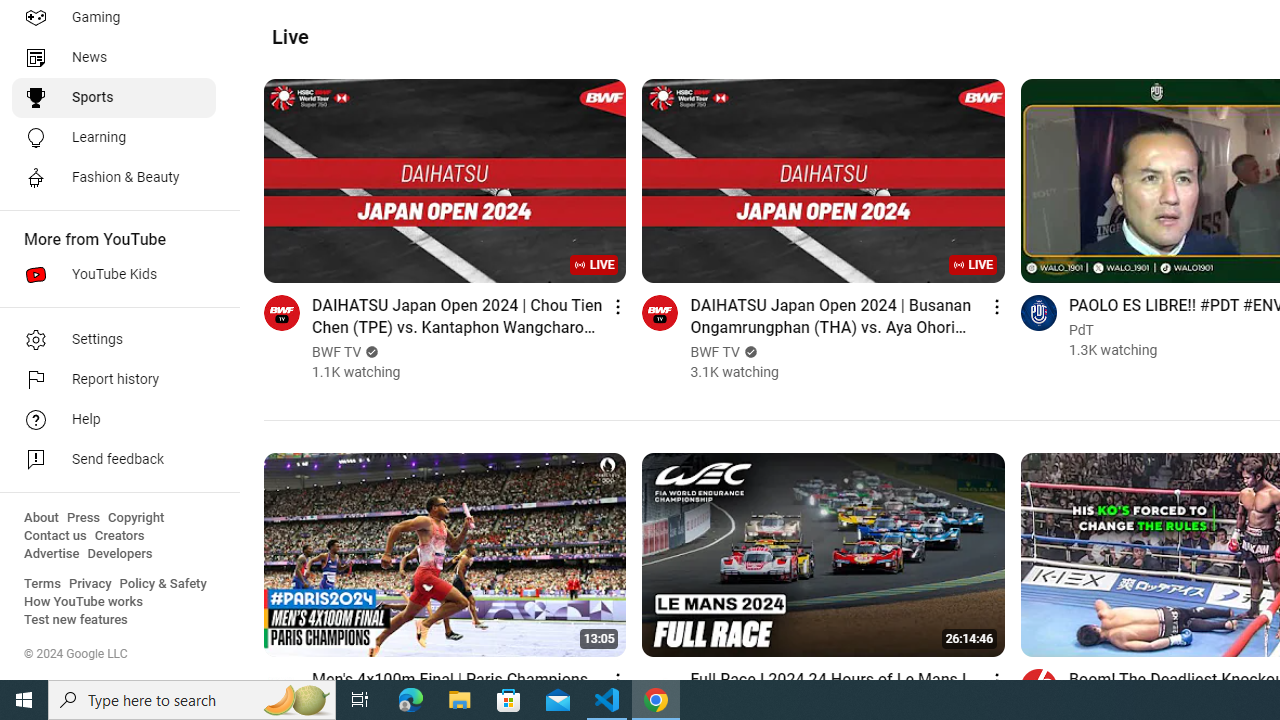  Describe the element at coordinates (89, 584) in the screenshot. I see `'Privacy'` at that location.